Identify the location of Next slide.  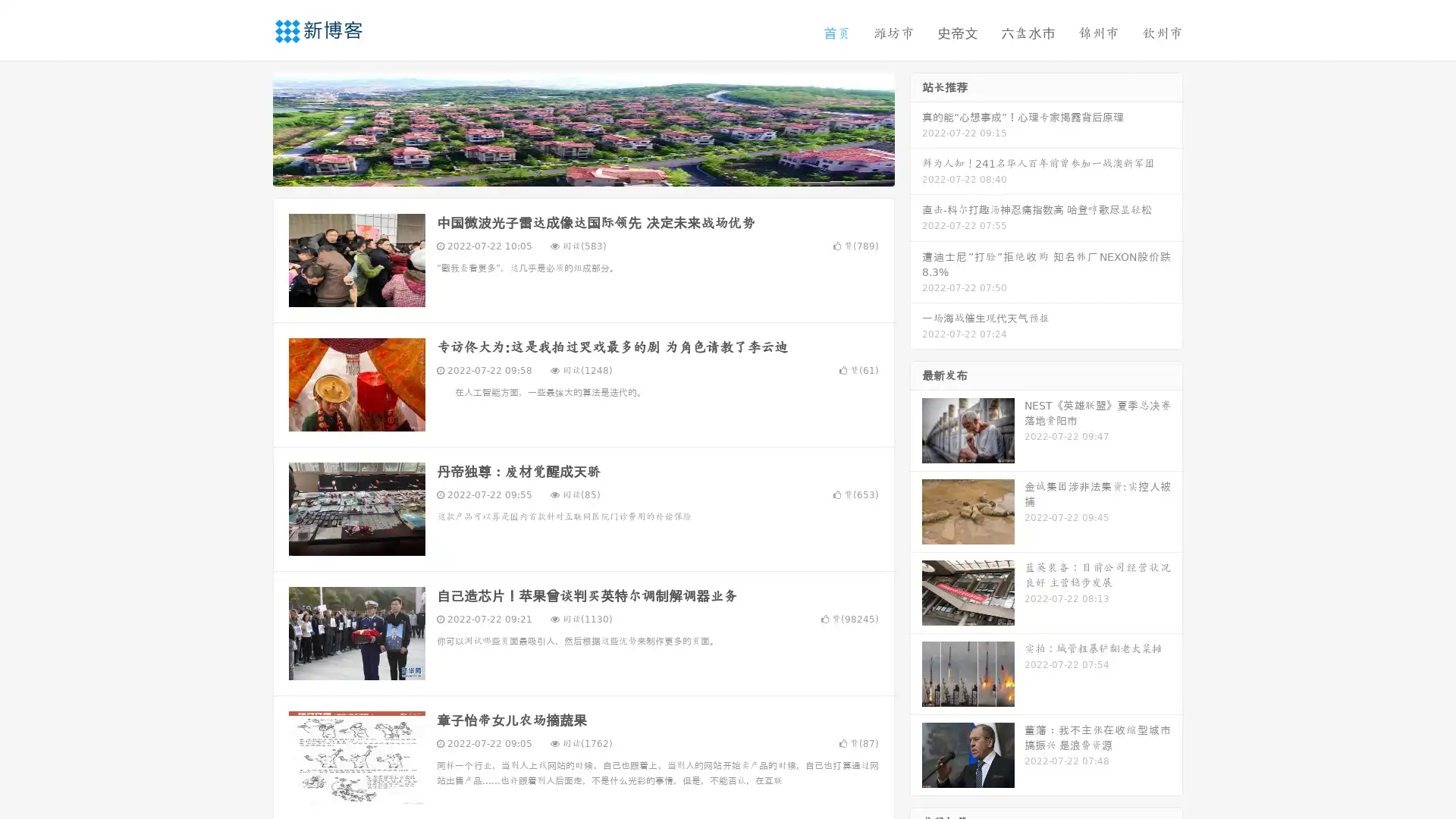
(916, 127).